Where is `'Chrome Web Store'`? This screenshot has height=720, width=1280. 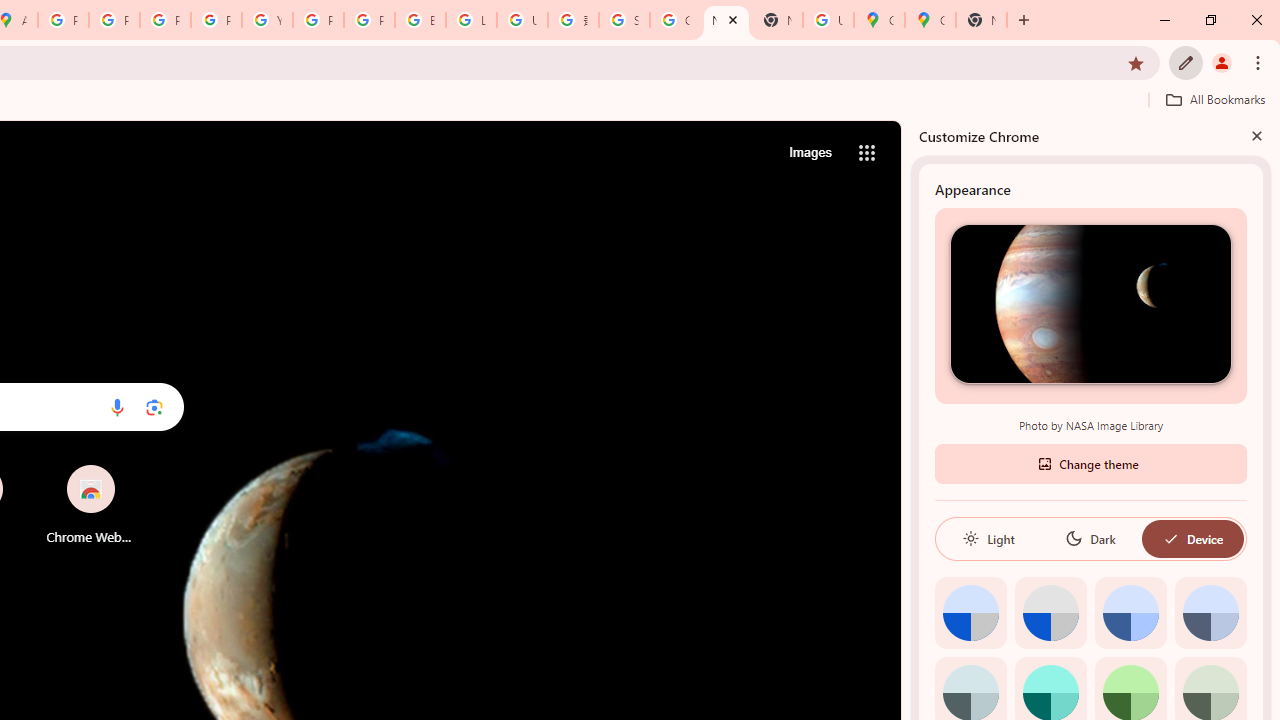
'Chrome Web Store' is located at coordinates (89, 504).